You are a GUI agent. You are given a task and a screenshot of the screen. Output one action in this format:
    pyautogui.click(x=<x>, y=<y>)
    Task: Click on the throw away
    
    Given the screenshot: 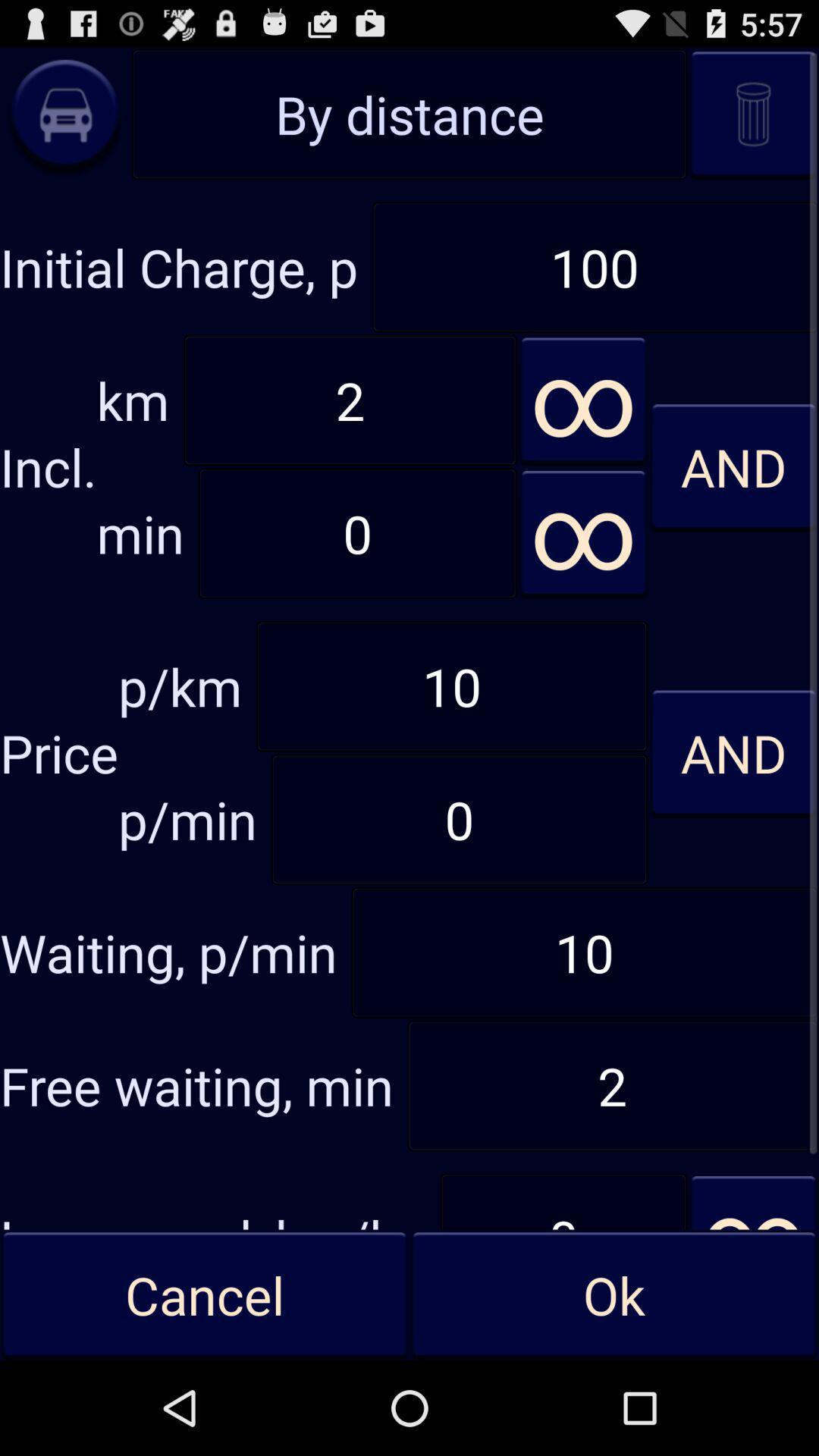 What is the action you would take?
    pyautogui.click(x=753, y=113)
    